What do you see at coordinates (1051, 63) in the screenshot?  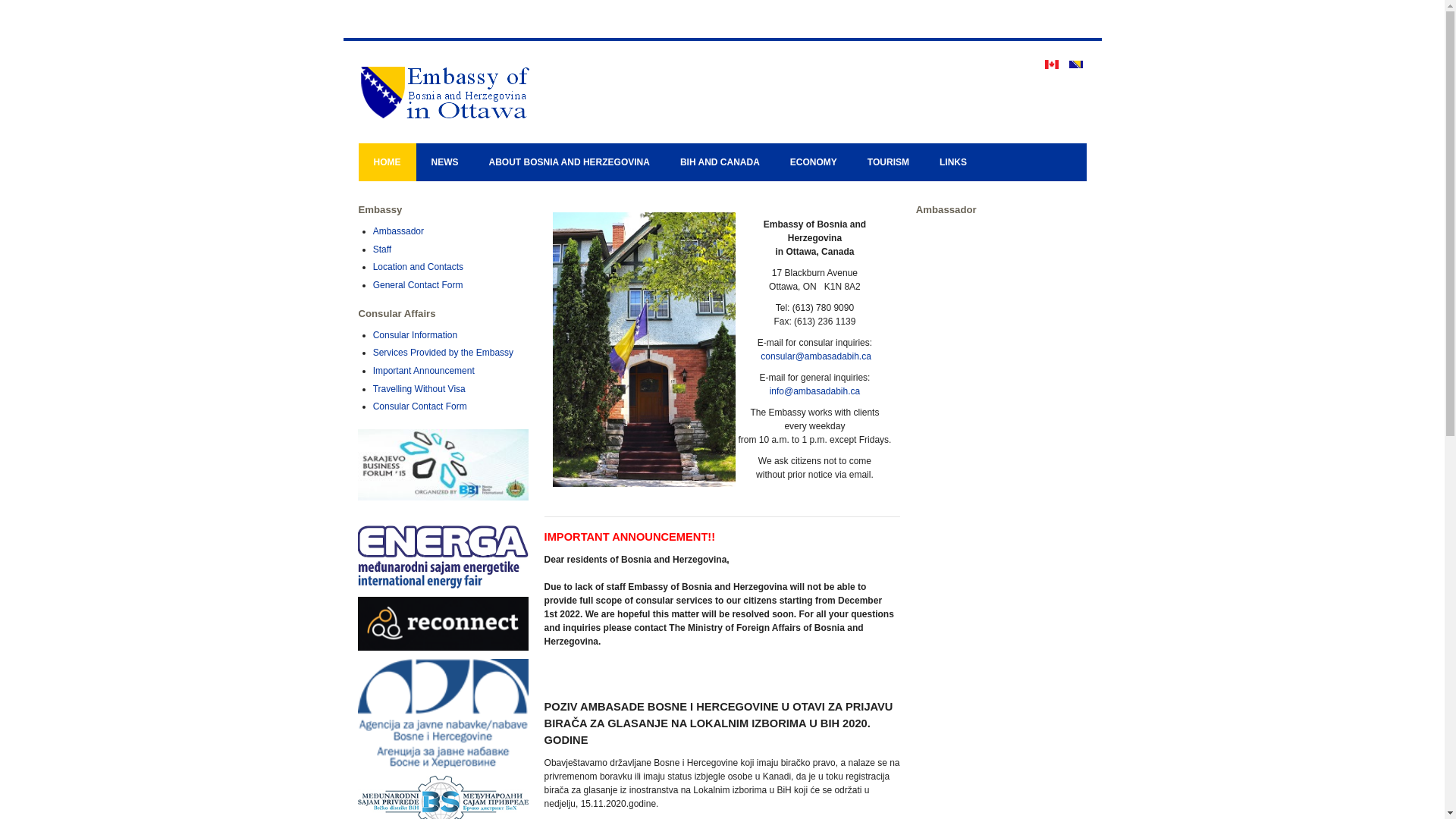 I see `'English (CA)'` at bounding box center [1051, 63].